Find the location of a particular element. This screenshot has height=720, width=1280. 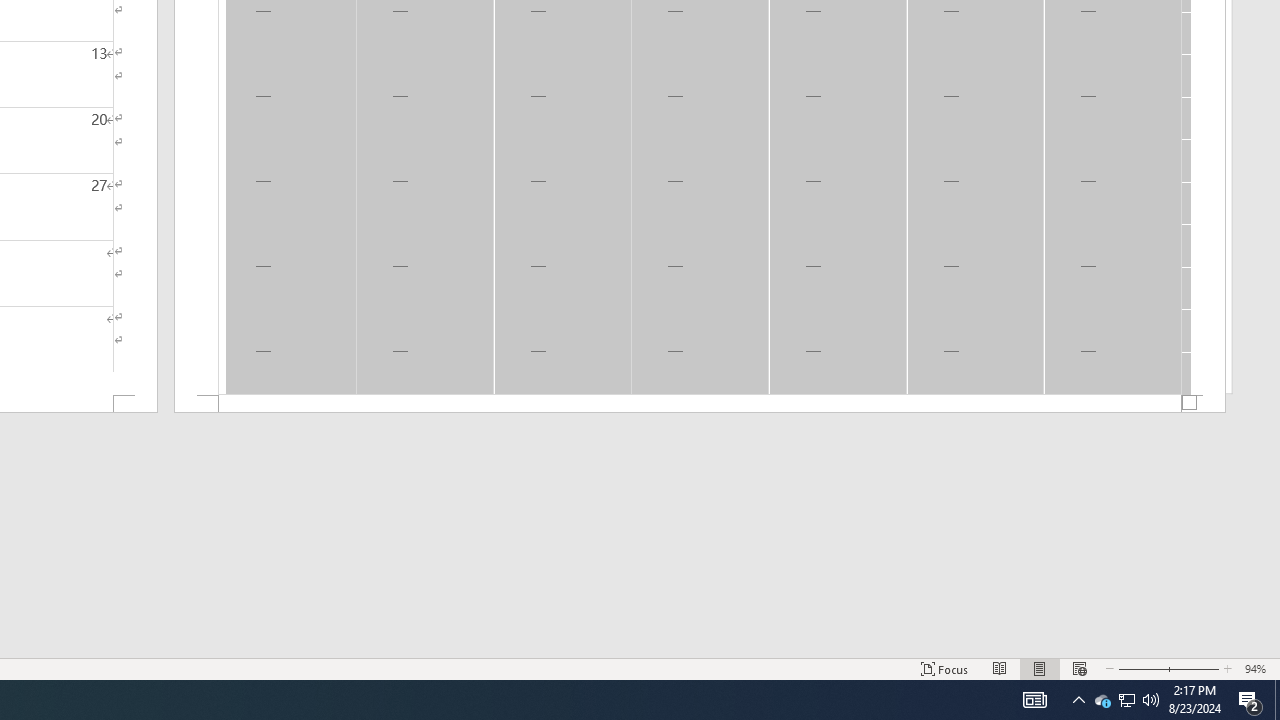

'Web Layout' is located at coordinates (1078, 669).